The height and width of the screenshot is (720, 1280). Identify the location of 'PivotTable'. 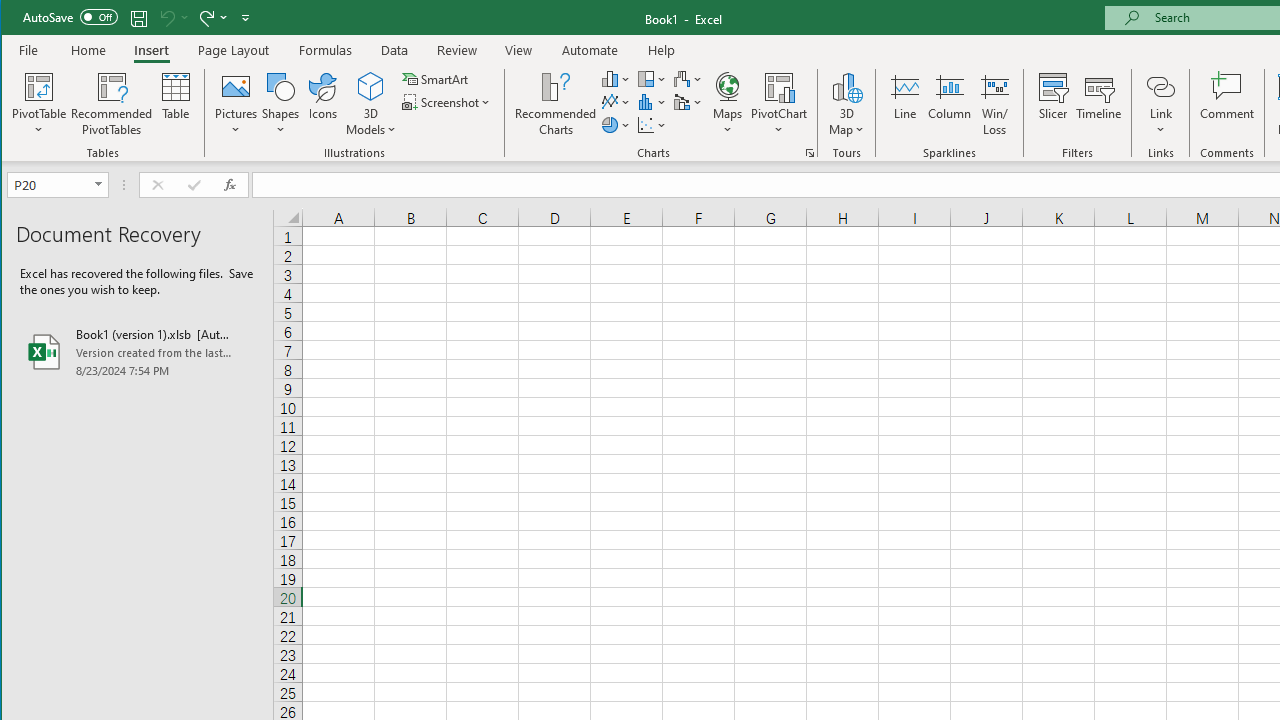
(39, 85).